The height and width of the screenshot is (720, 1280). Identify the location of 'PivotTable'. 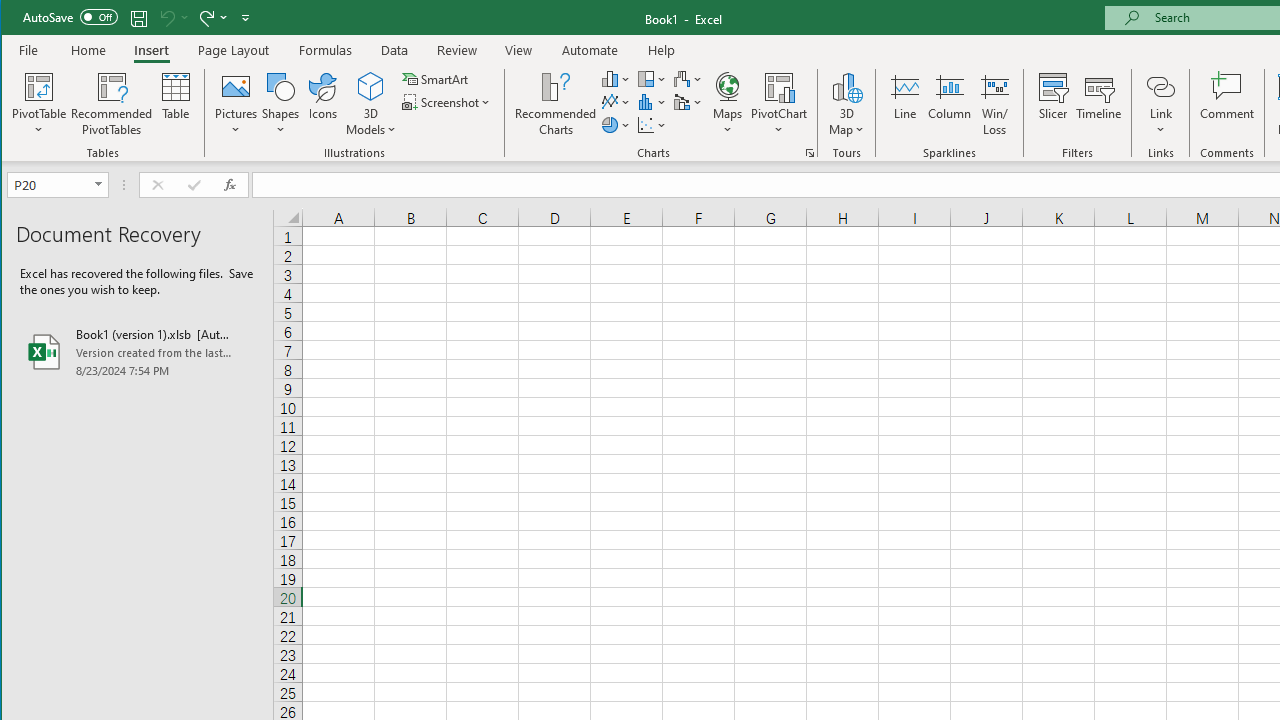
(39, 85).